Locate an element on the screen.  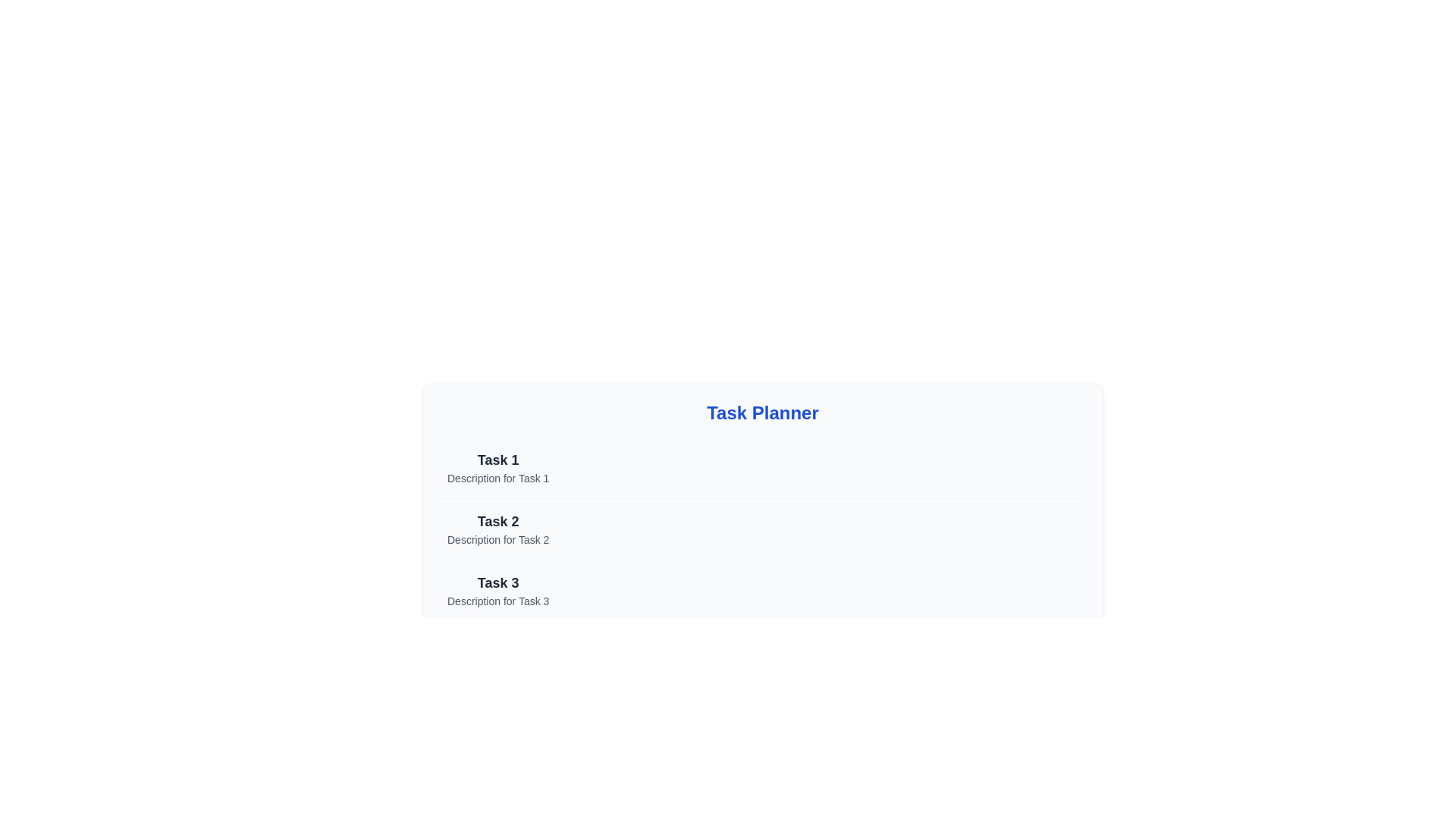
the second list item which provides details about 'Task 2', positioned between 'Task 1' and 'Task 3' is located at coordinates (763, 528).